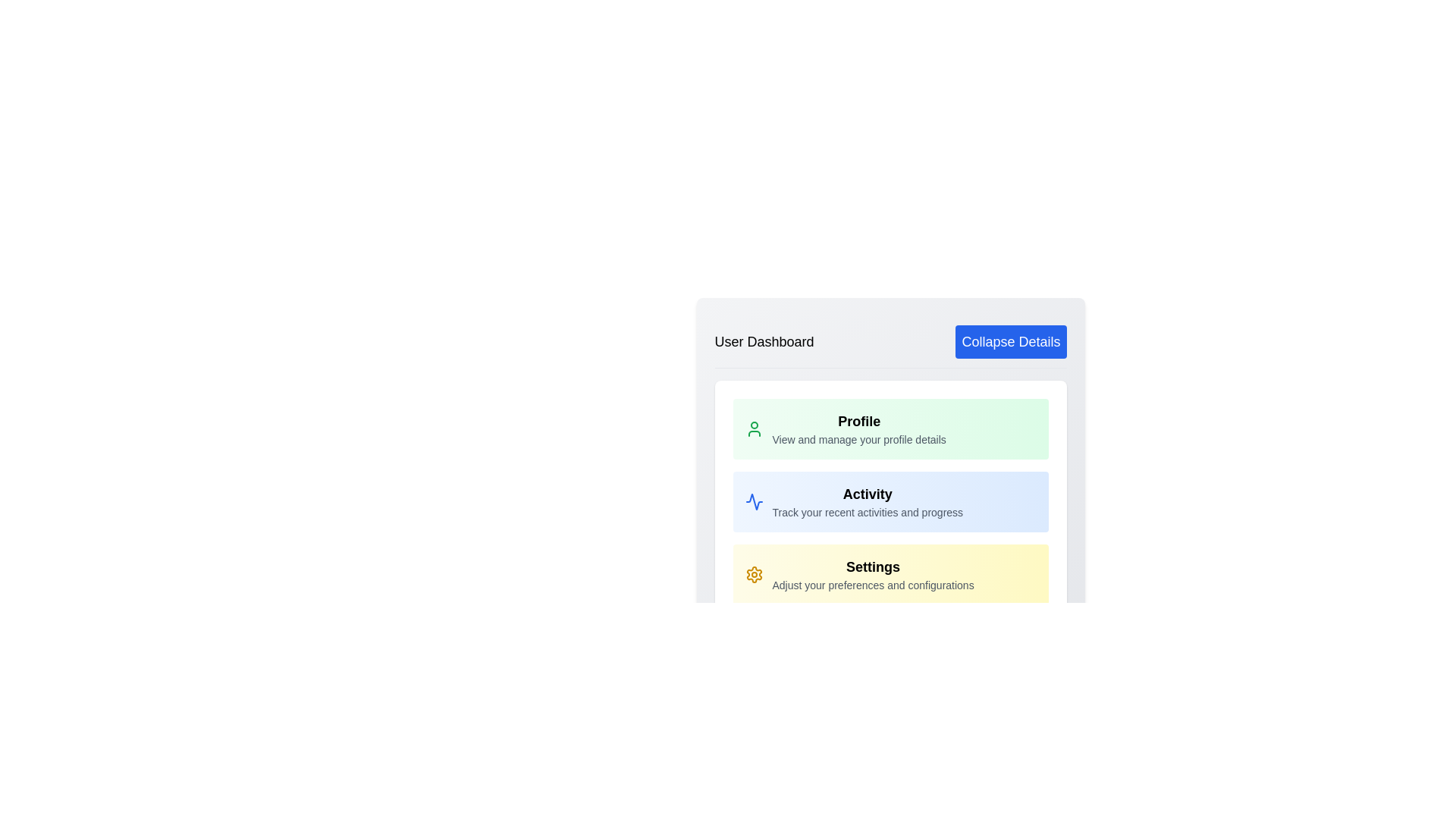 This screenshot has width=1456, height=819. I want to click on the bold text label displaying the word 'Activity' which is centered in the Profile section of the UI, so click(868, 494).